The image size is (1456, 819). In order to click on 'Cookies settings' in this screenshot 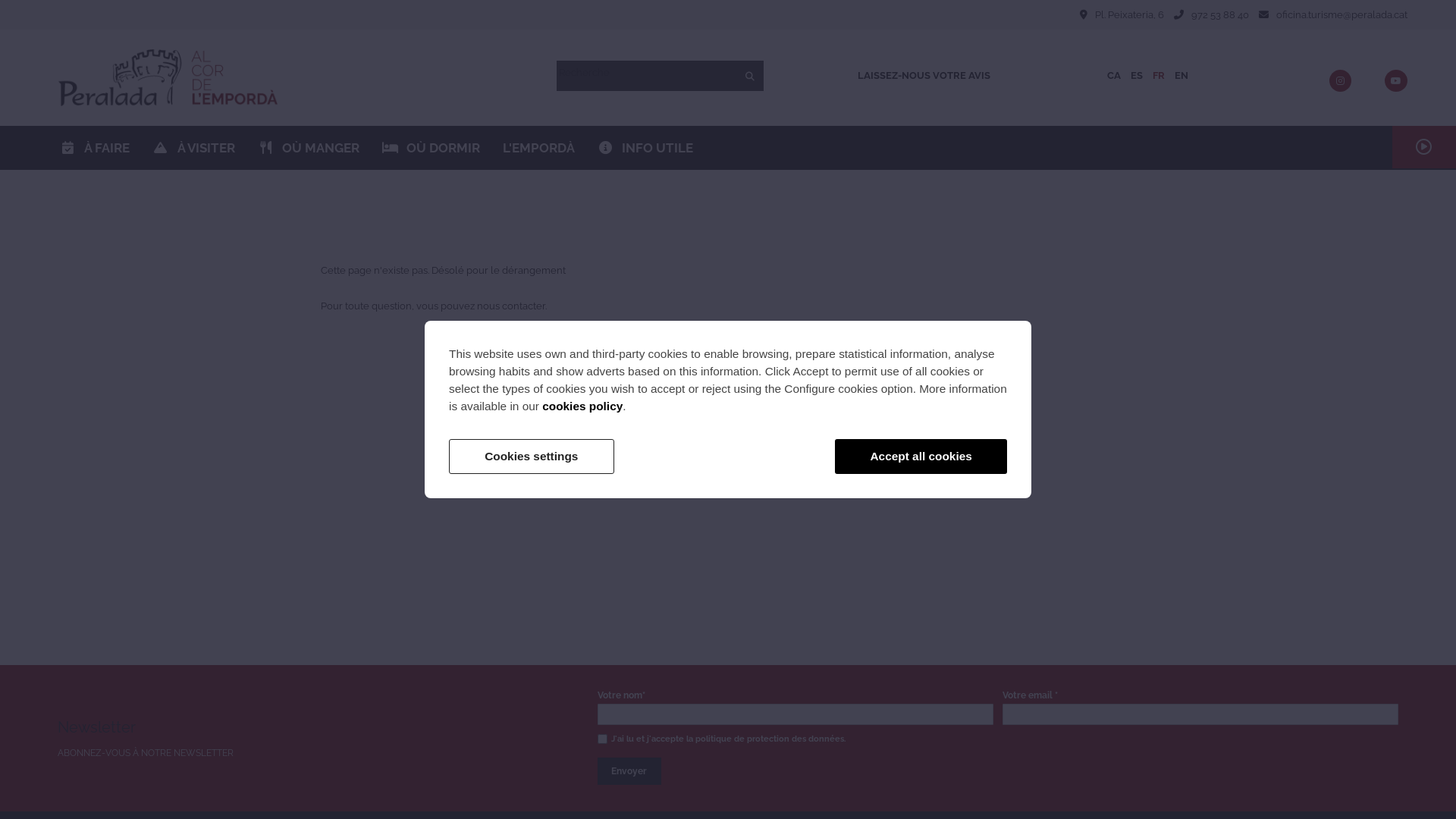, I will do `click(447, 455)`.